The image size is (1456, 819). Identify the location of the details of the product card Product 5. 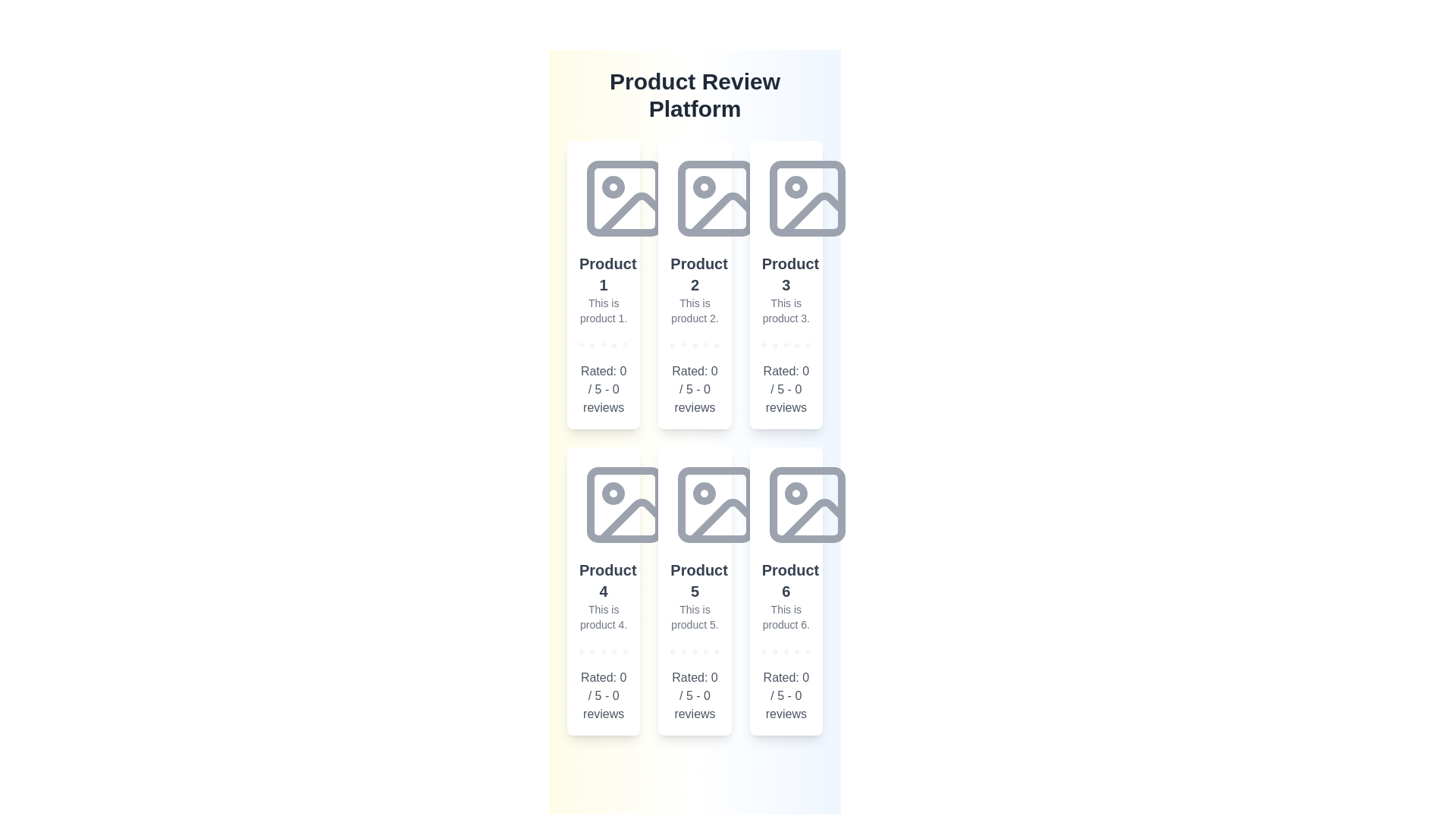
(694, 590).